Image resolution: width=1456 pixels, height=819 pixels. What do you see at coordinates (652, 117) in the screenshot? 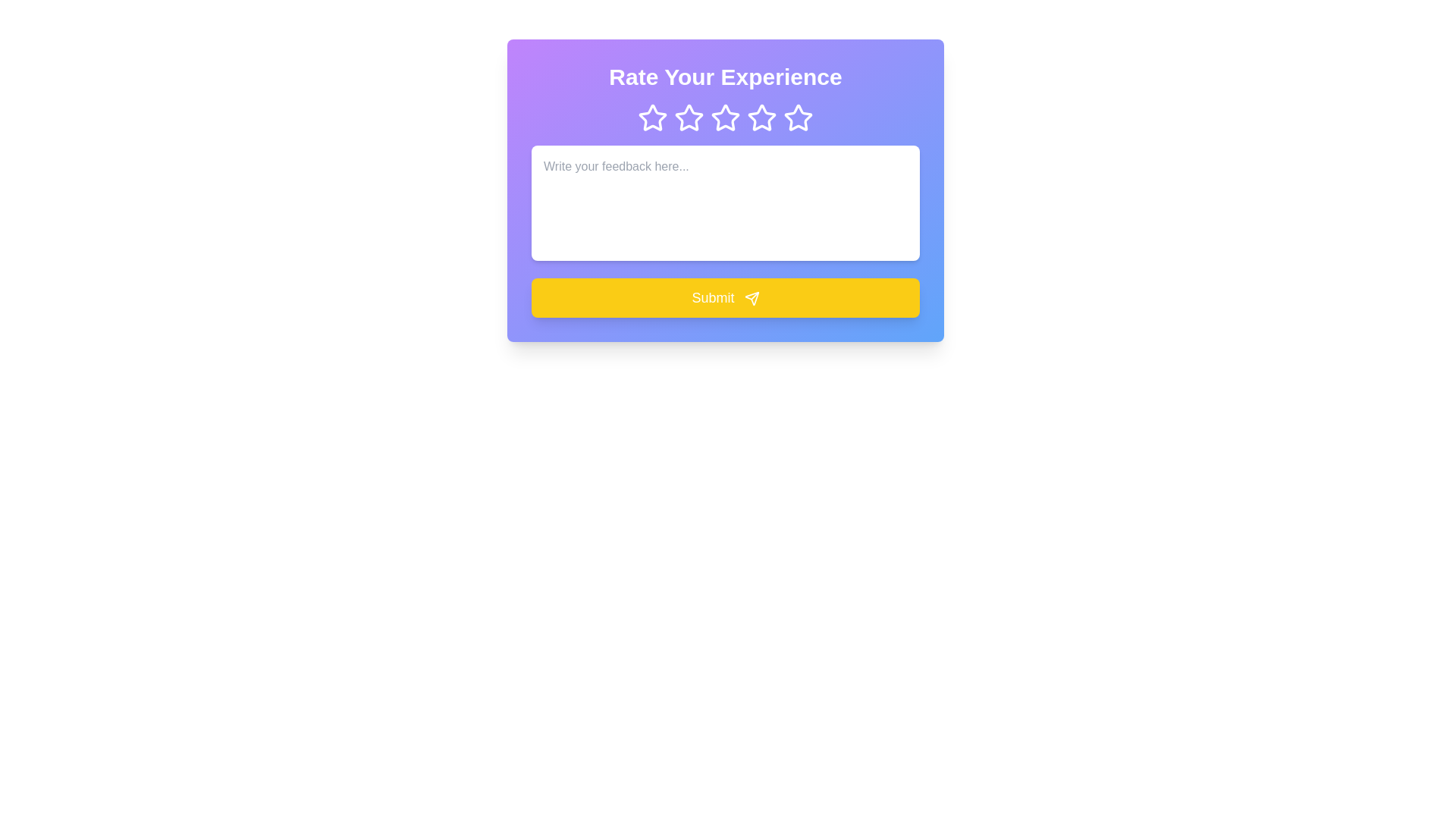
I see `the first star icon in the rating system` at bounding box center [652, 117].